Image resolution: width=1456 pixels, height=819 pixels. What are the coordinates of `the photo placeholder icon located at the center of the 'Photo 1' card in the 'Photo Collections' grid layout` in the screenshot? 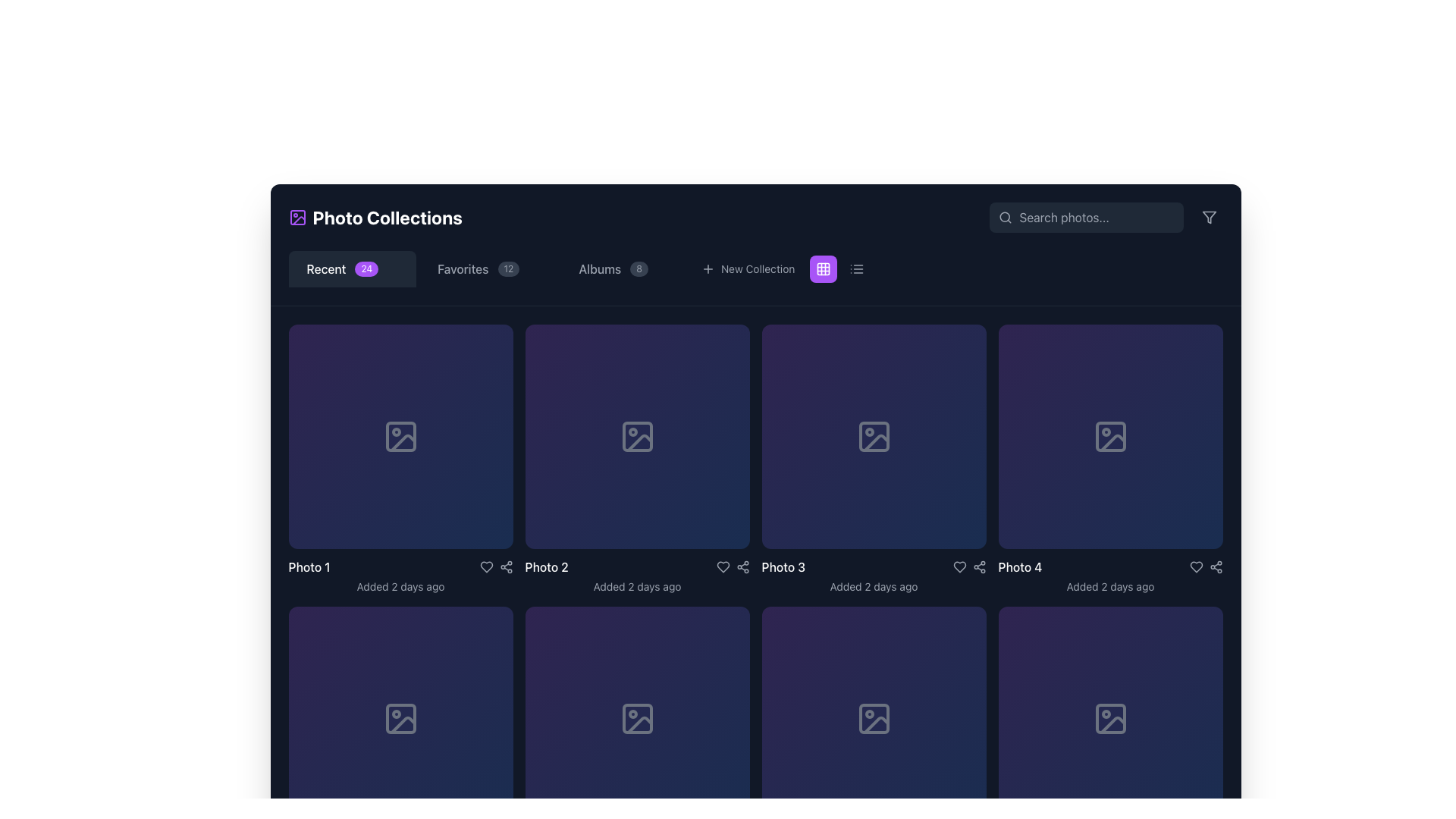 It's located at (400, 436).